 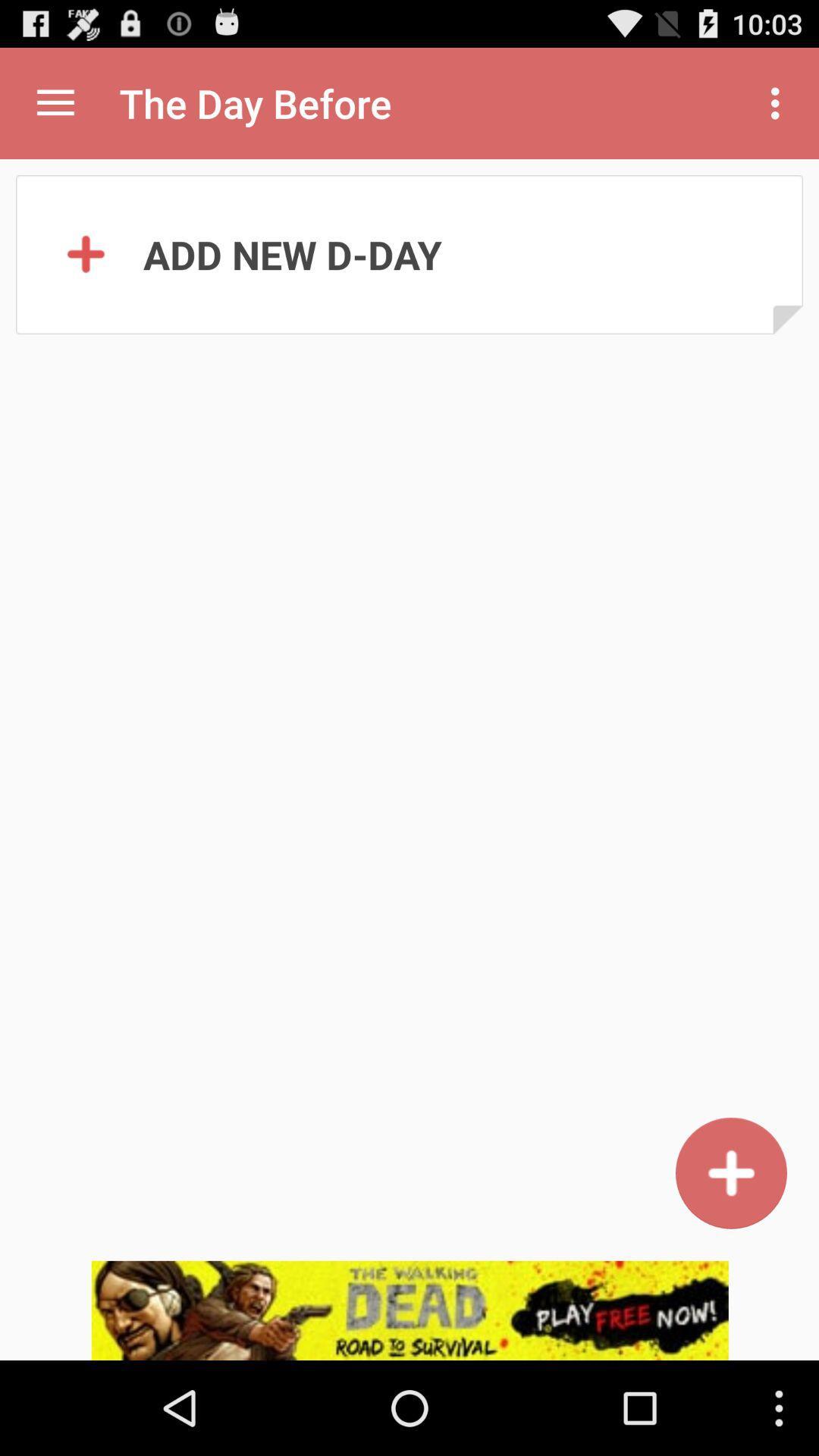 What do you see at coordinates (730, 1172) in the screenshot?
I see `a new d-day` at bounding box center [730, 1172].